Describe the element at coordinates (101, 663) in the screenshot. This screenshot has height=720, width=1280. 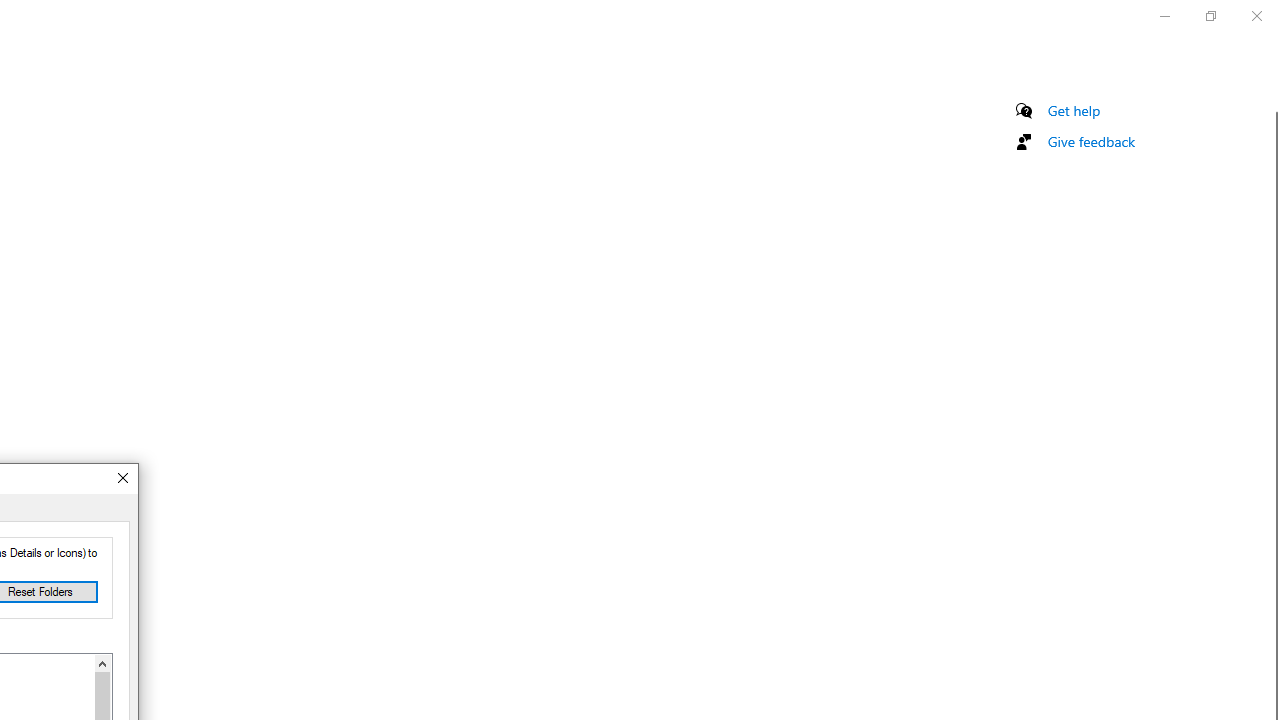
I see `'Line up'` at that location.